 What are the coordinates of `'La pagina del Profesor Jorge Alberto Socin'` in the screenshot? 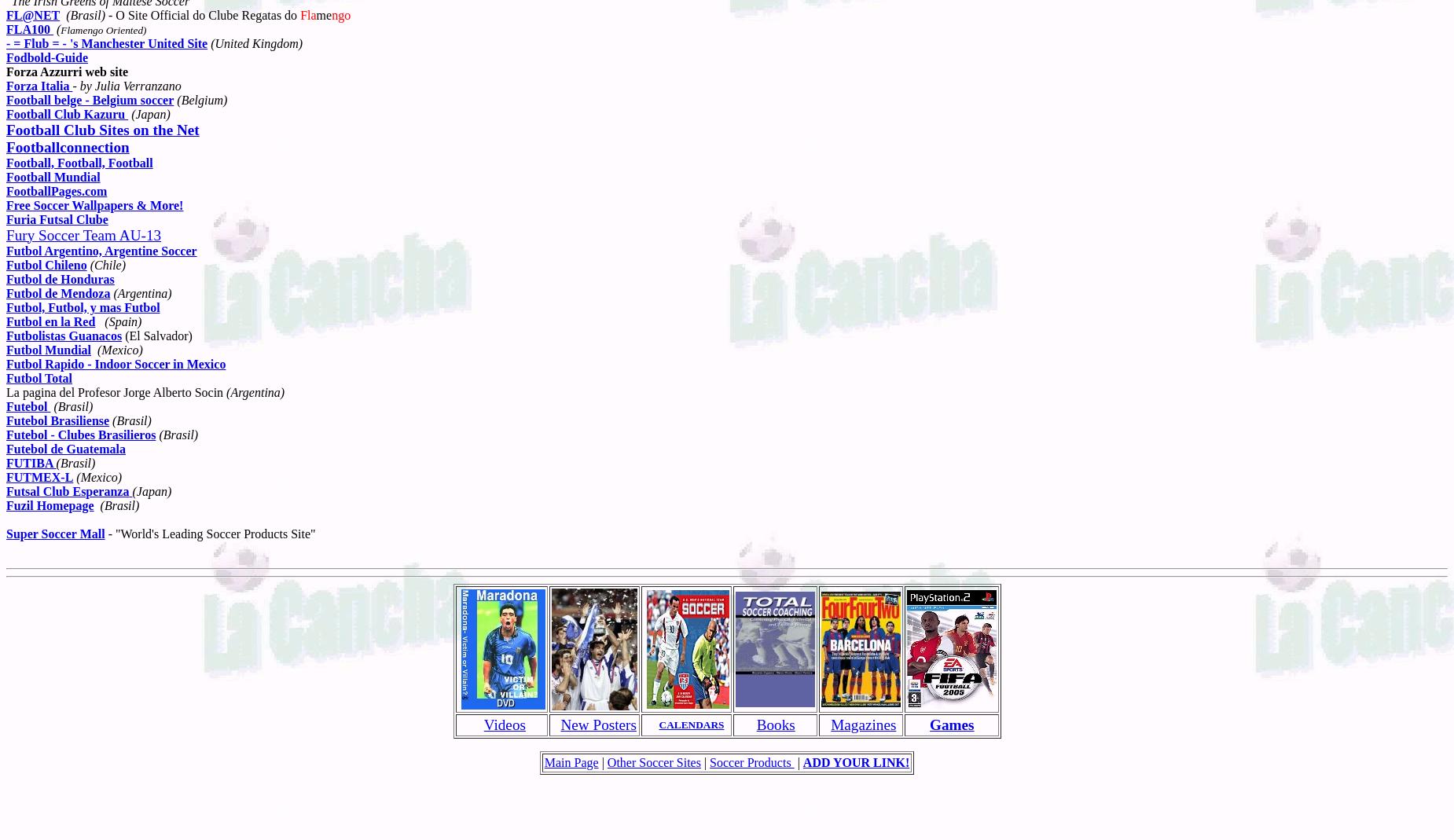 It's located at (116, 391).